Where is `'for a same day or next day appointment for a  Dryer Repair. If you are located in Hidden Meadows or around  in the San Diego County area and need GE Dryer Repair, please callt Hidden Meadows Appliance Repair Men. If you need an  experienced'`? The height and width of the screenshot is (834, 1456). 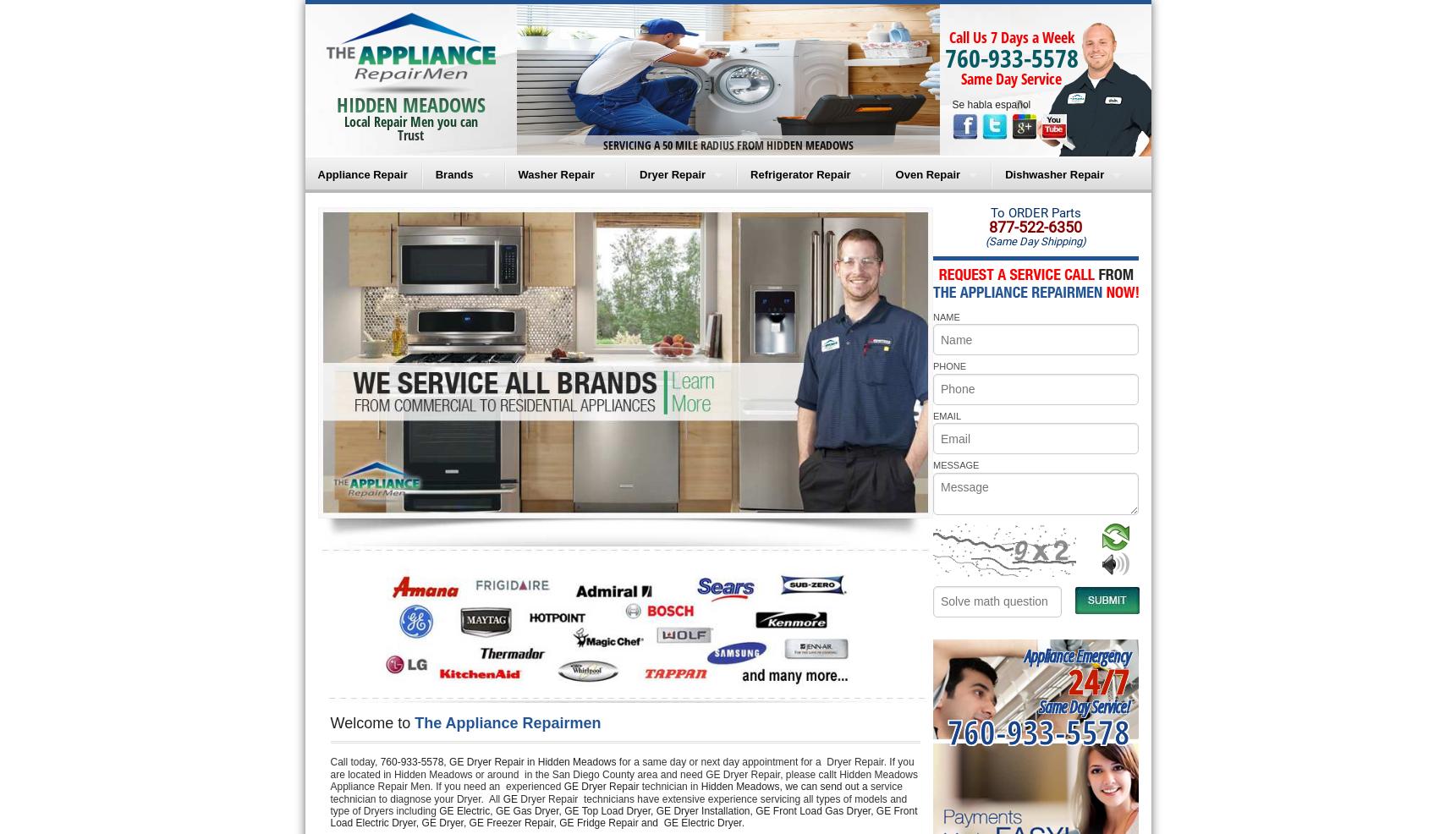 'for a same day or next day appointment for a  Dryer Repair. If you are located in Hidden Meadows or around  in the San Diego County area and need GE Dryer Repair, please callt Hidden Meadows Appliance Repair Men. If you need an  experienced' is located at coordinates (624, 774).